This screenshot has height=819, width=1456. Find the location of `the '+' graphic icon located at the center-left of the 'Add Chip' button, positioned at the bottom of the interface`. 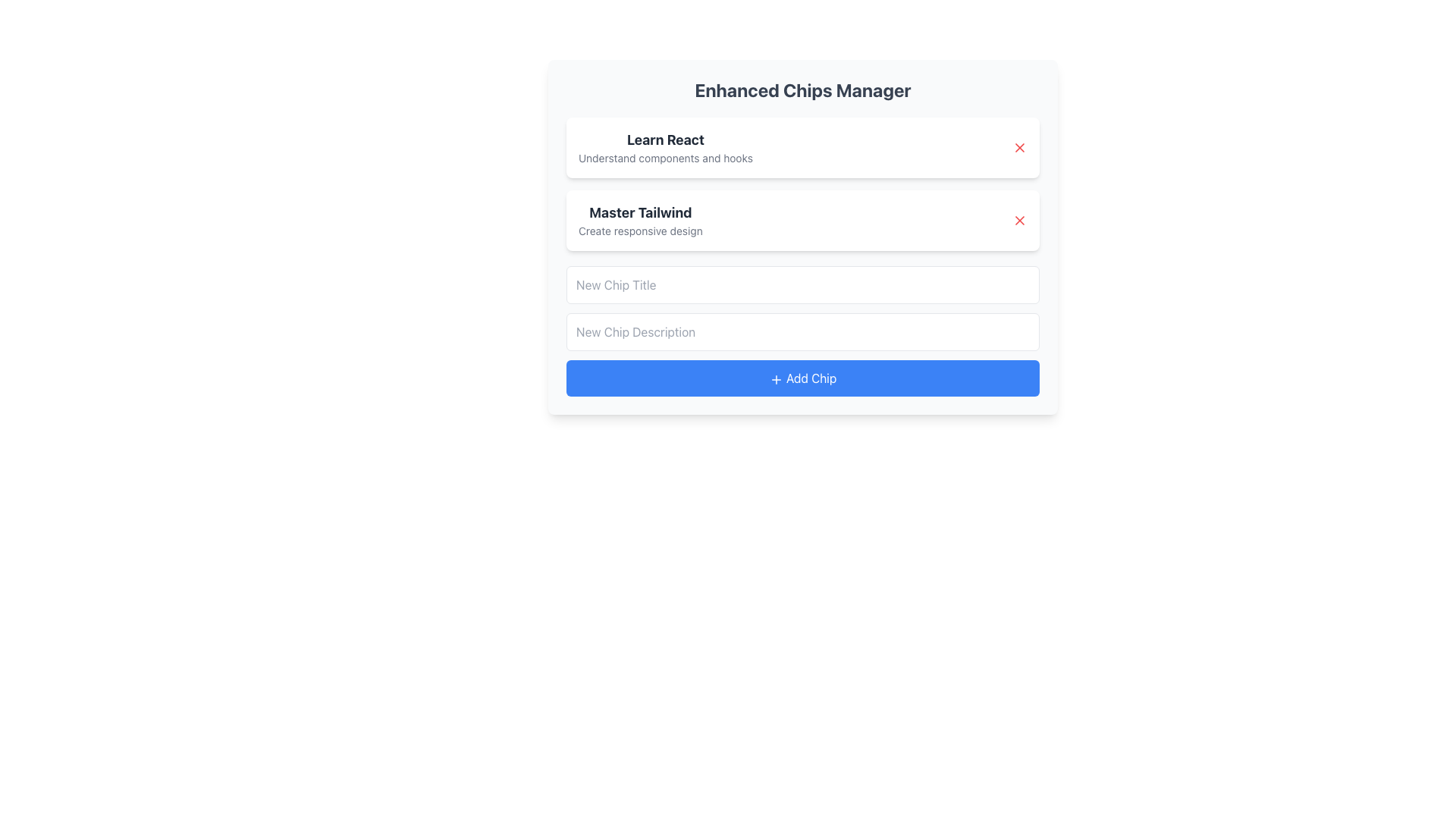

the '+' graphic icon located at the center-left of the 'Add Chip' button, positioned at the bottom of the interface is located at coordinates (776, 378).